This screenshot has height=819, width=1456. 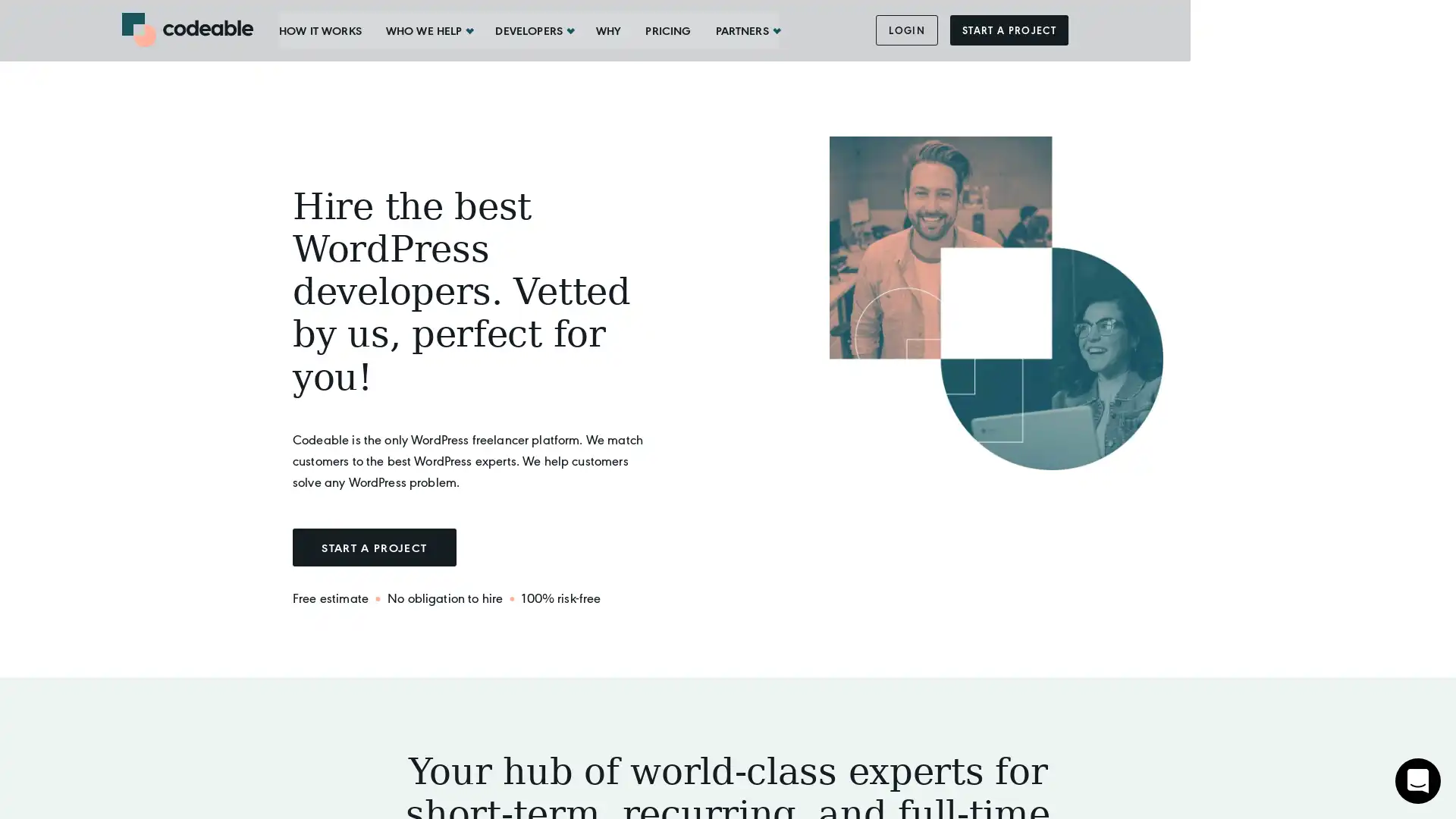 I want to click on Open Intercom, so click(x=1417, y=780).